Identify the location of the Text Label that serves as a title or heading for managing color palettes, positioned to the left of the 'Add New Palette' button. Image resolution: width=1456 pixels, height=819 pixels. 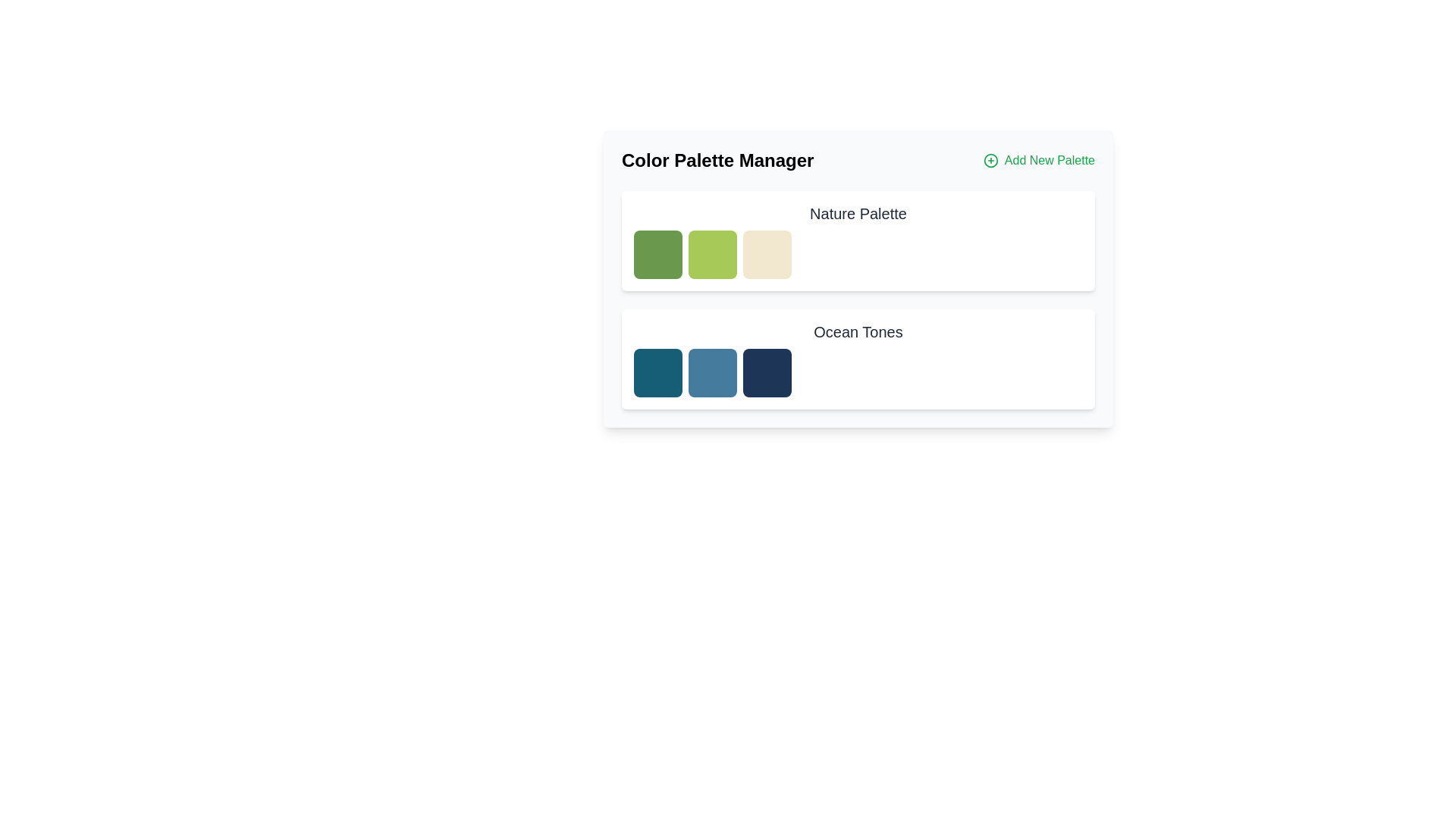
(717, 161).